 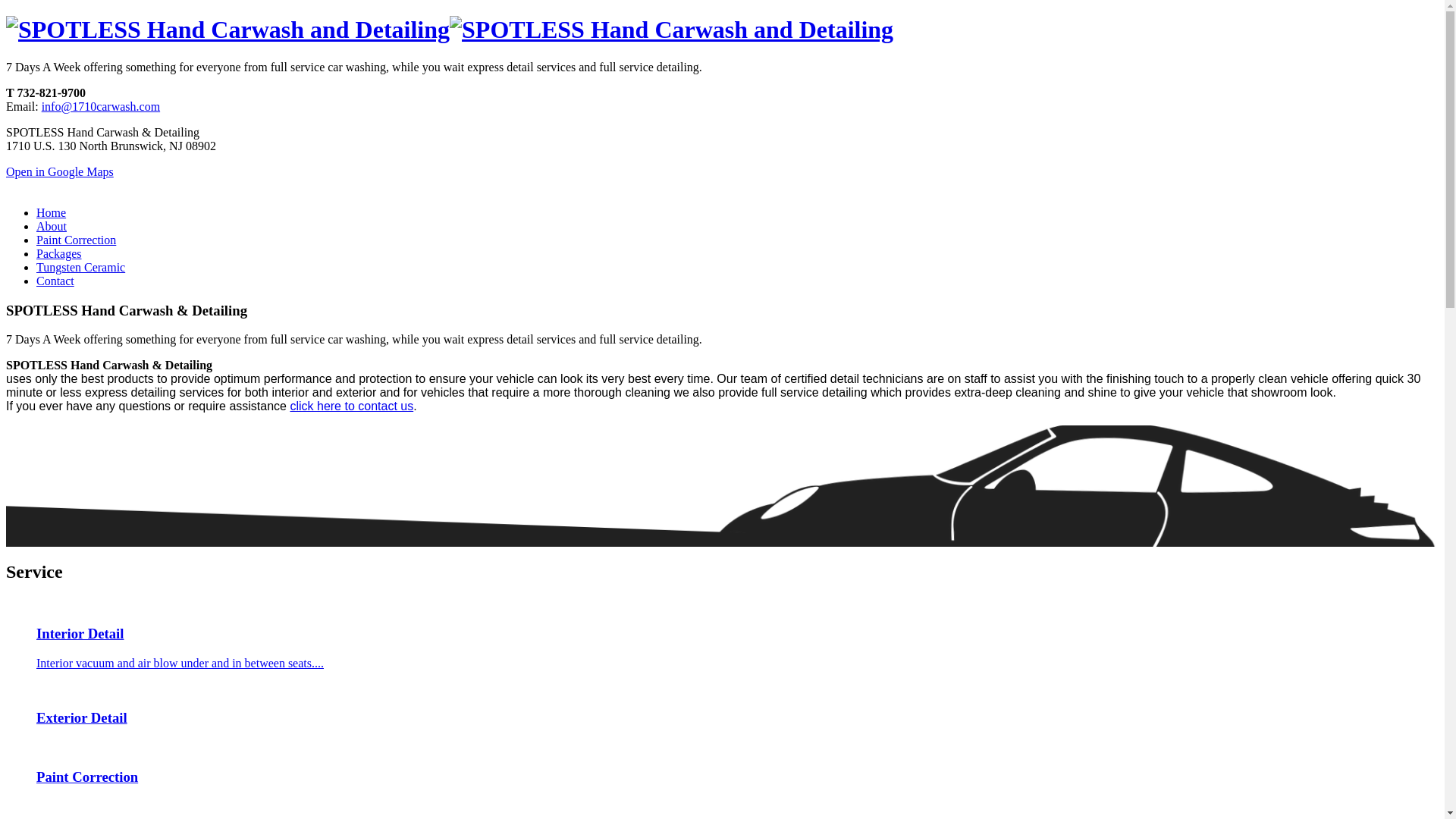 I want to click on 'Open in Google Maps', so click(x=6, y=171).